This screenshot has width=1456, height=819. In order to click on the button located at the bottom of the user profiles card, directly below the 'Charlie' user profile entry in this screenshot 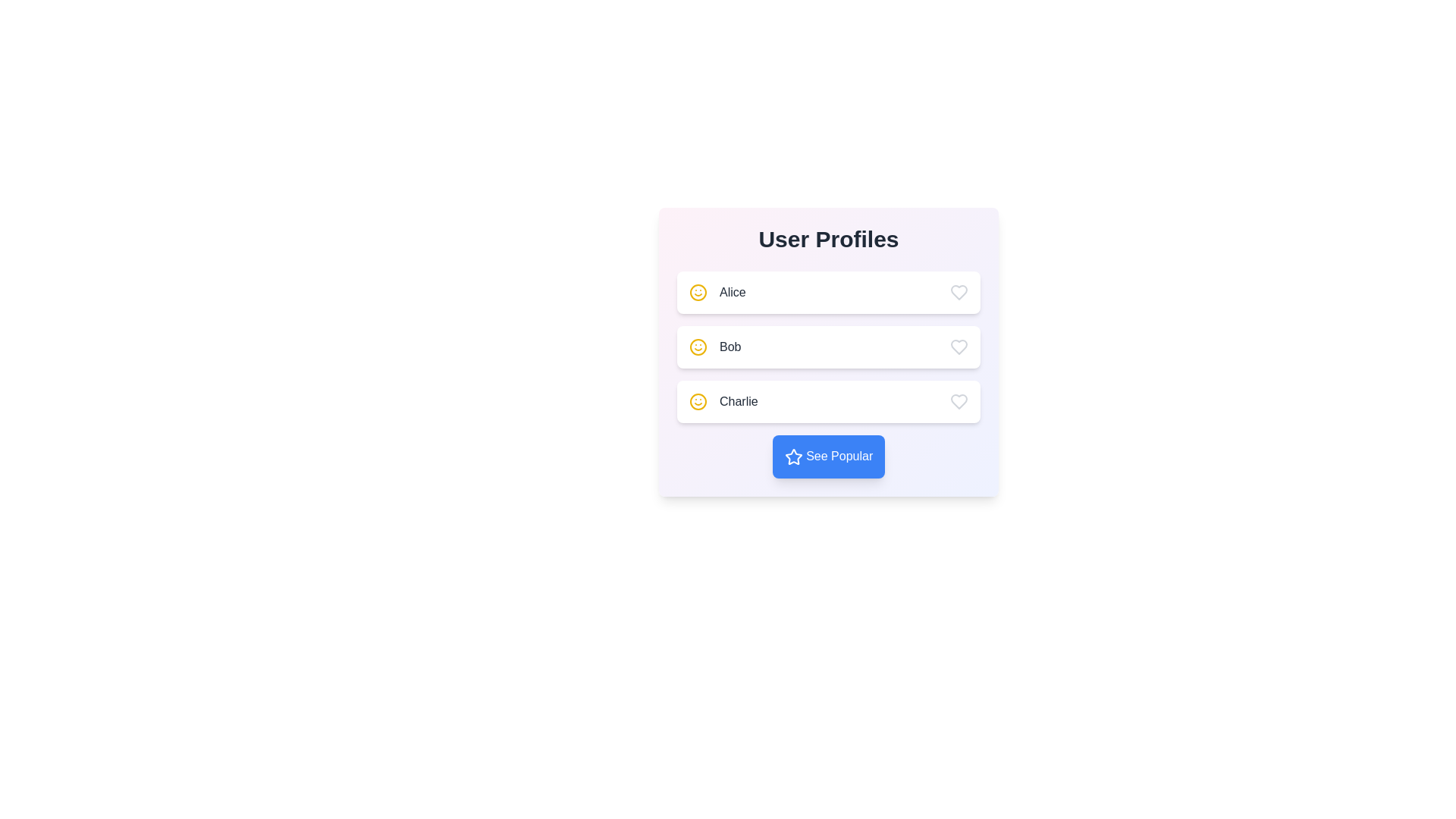, I will do `click(828, 455)`.